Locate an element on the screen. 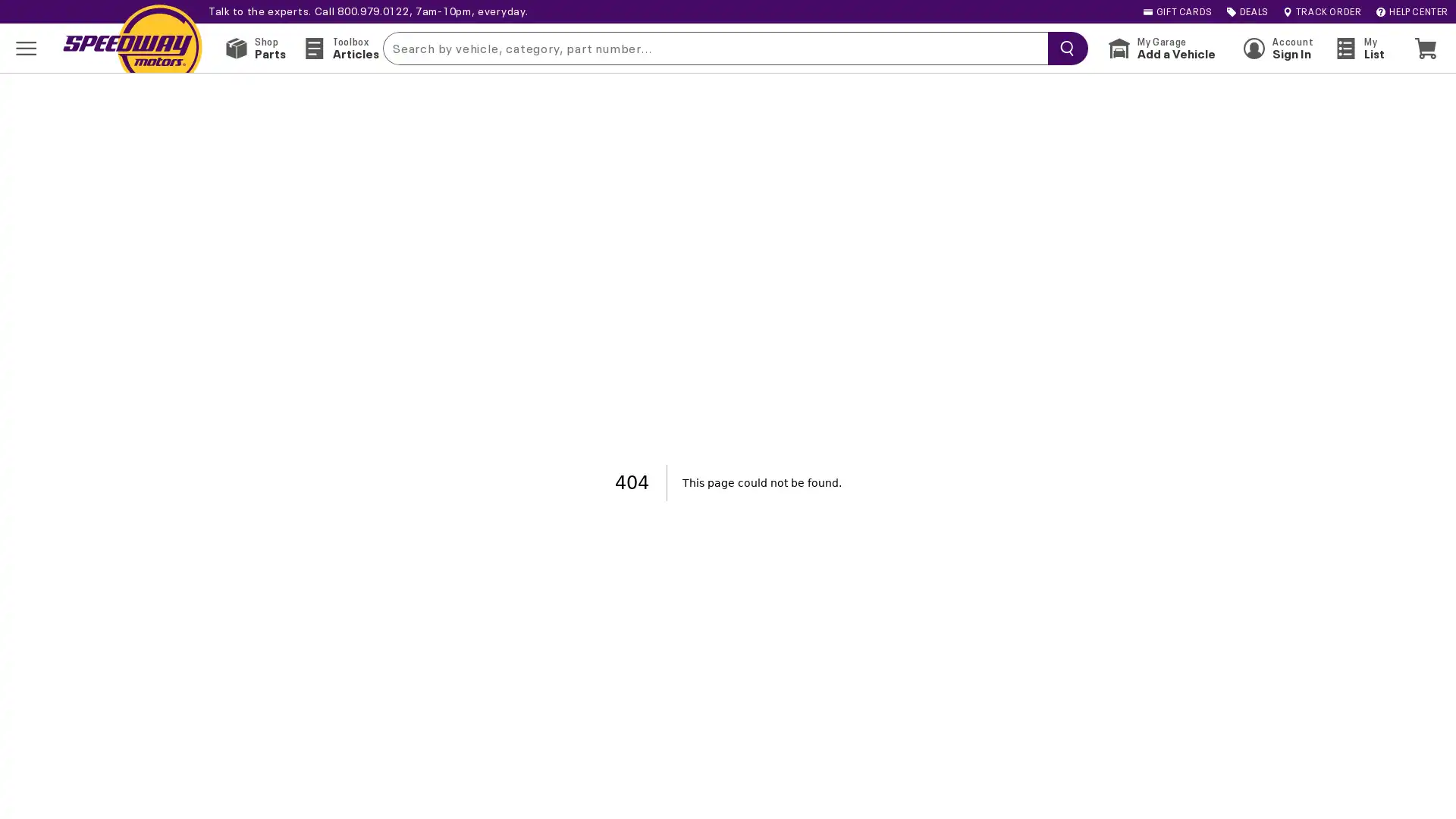  Toolbox Articles is located at coordinates (340, 47).